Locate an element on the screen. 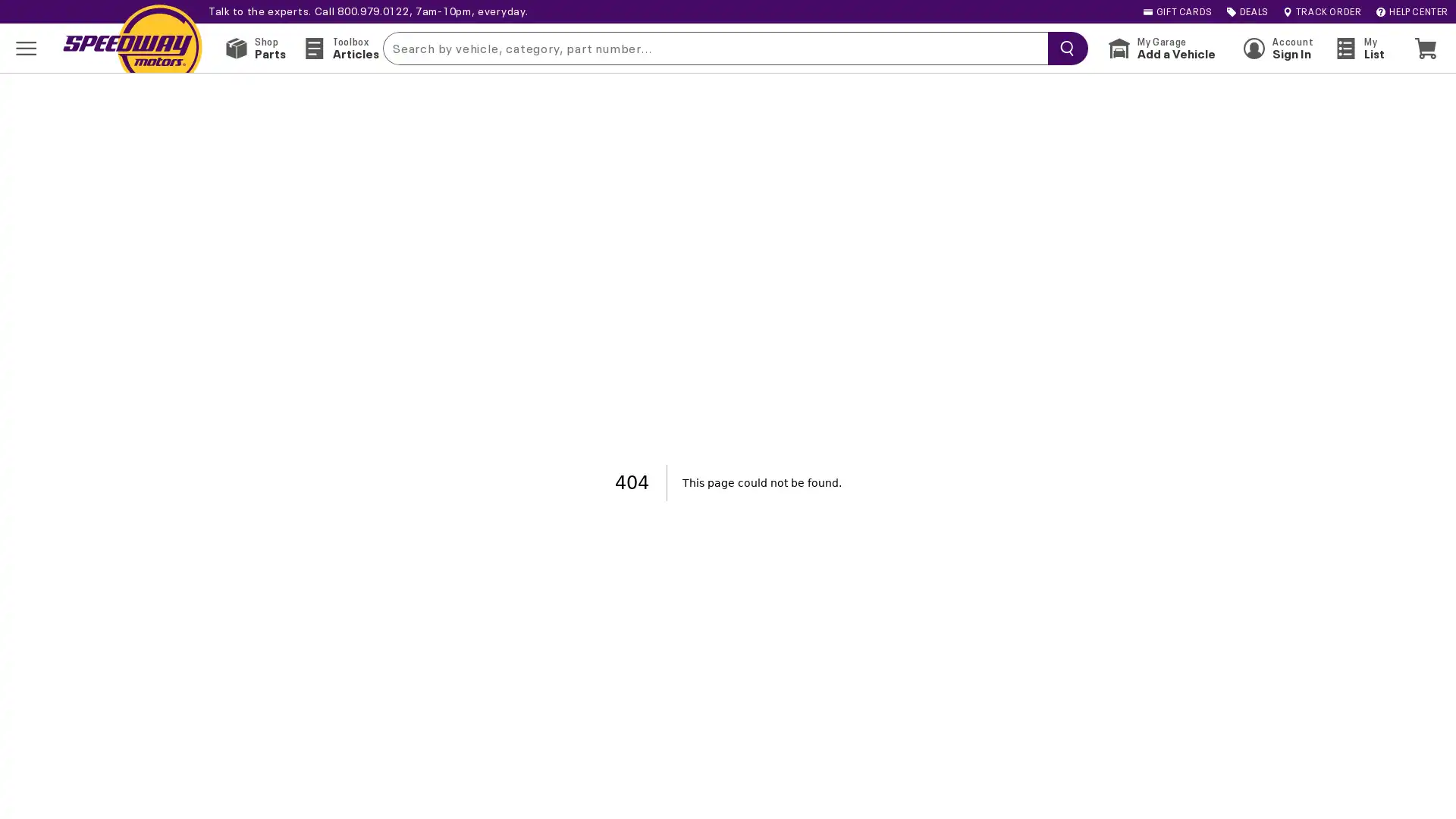  Toolbox Articles is located at coordinates (340, 47).